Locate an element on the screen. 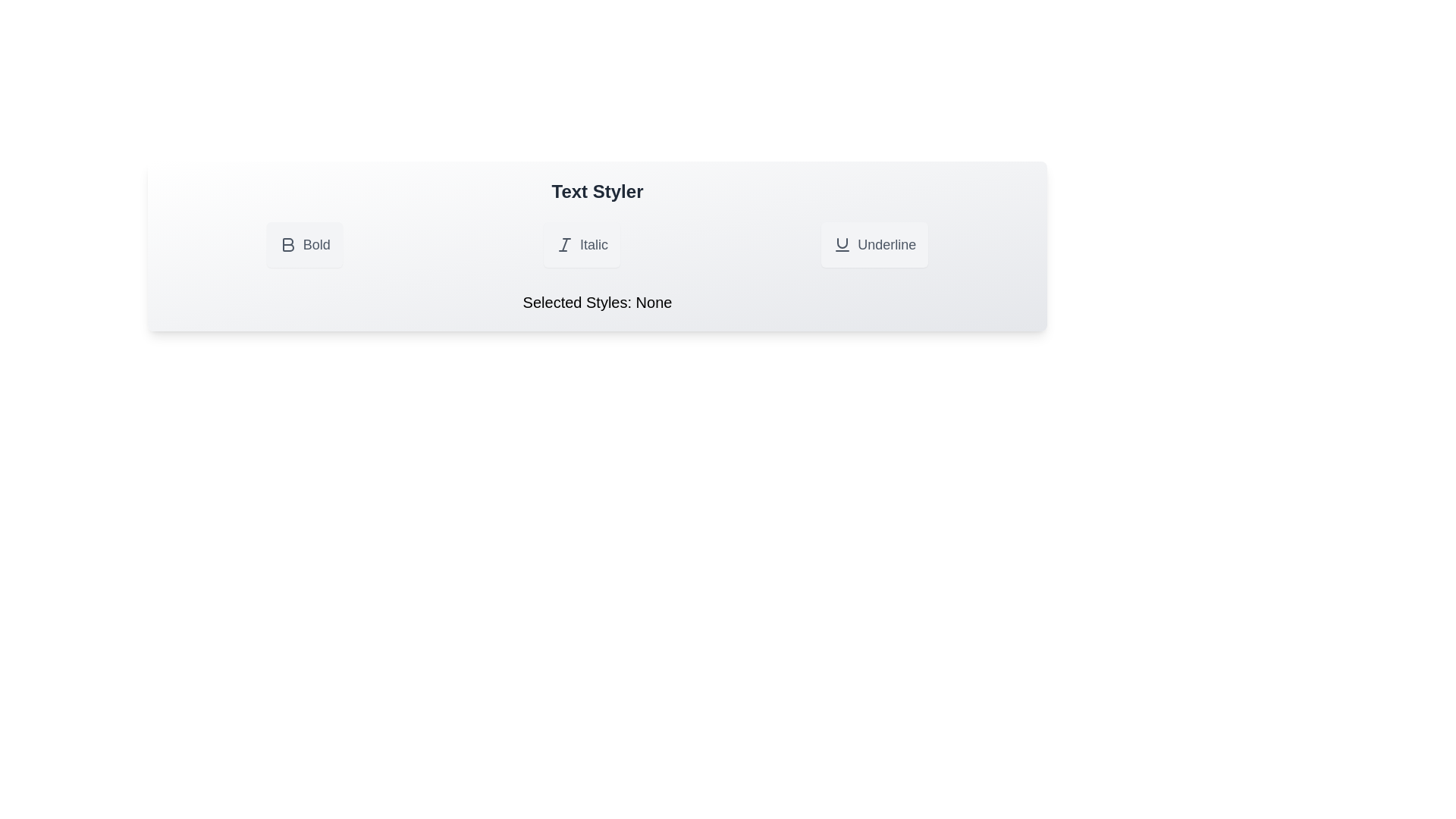 The width and height of the screenshot is (1456, 819). the 'Italic' button to toggle the italic style for the text is located at coordinates (581, 244).